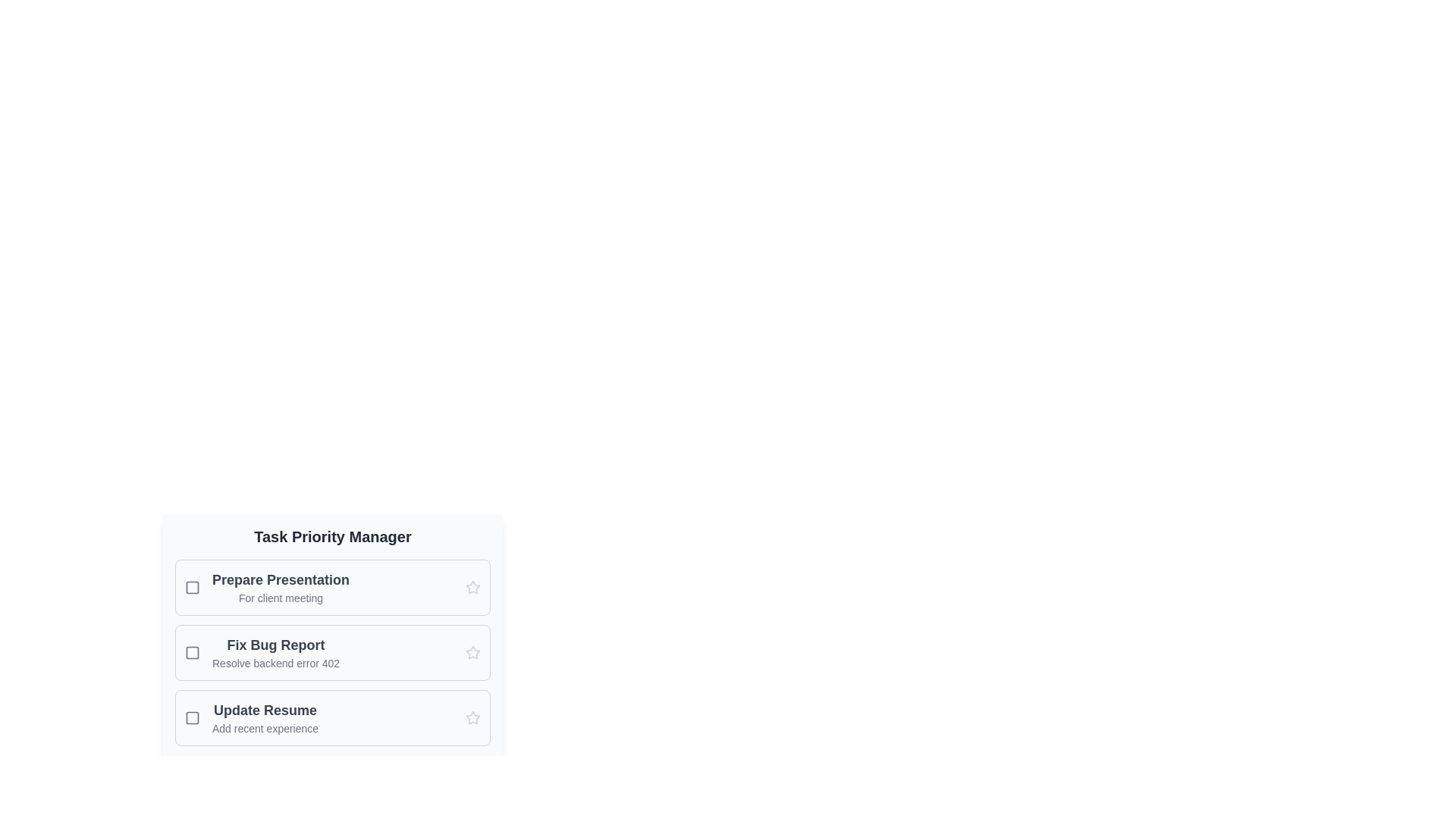  What do you see at coordinates (331, 626) in the screenshot?
I see `the checkbox of the Interactive Task Item located in the lower-central region of the interface, which is the second item in a vertical list of tasks` at bounding box center [331, 626].